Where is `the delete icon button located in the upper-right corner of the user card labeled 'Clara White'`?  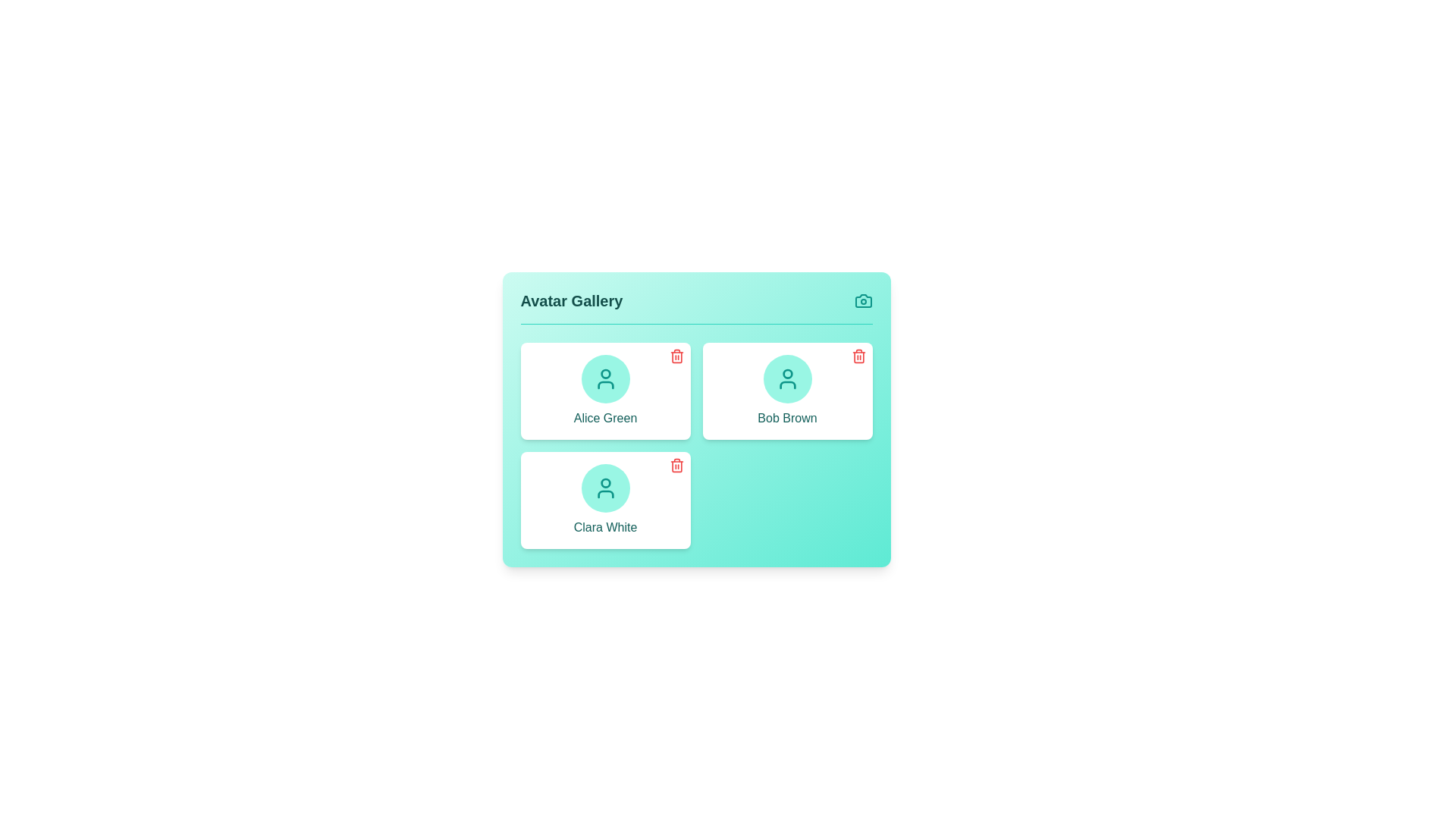
the delete icon button located in the upper-right corner of the user card labeled 'Clara White' is located at coordinates (676, 464).